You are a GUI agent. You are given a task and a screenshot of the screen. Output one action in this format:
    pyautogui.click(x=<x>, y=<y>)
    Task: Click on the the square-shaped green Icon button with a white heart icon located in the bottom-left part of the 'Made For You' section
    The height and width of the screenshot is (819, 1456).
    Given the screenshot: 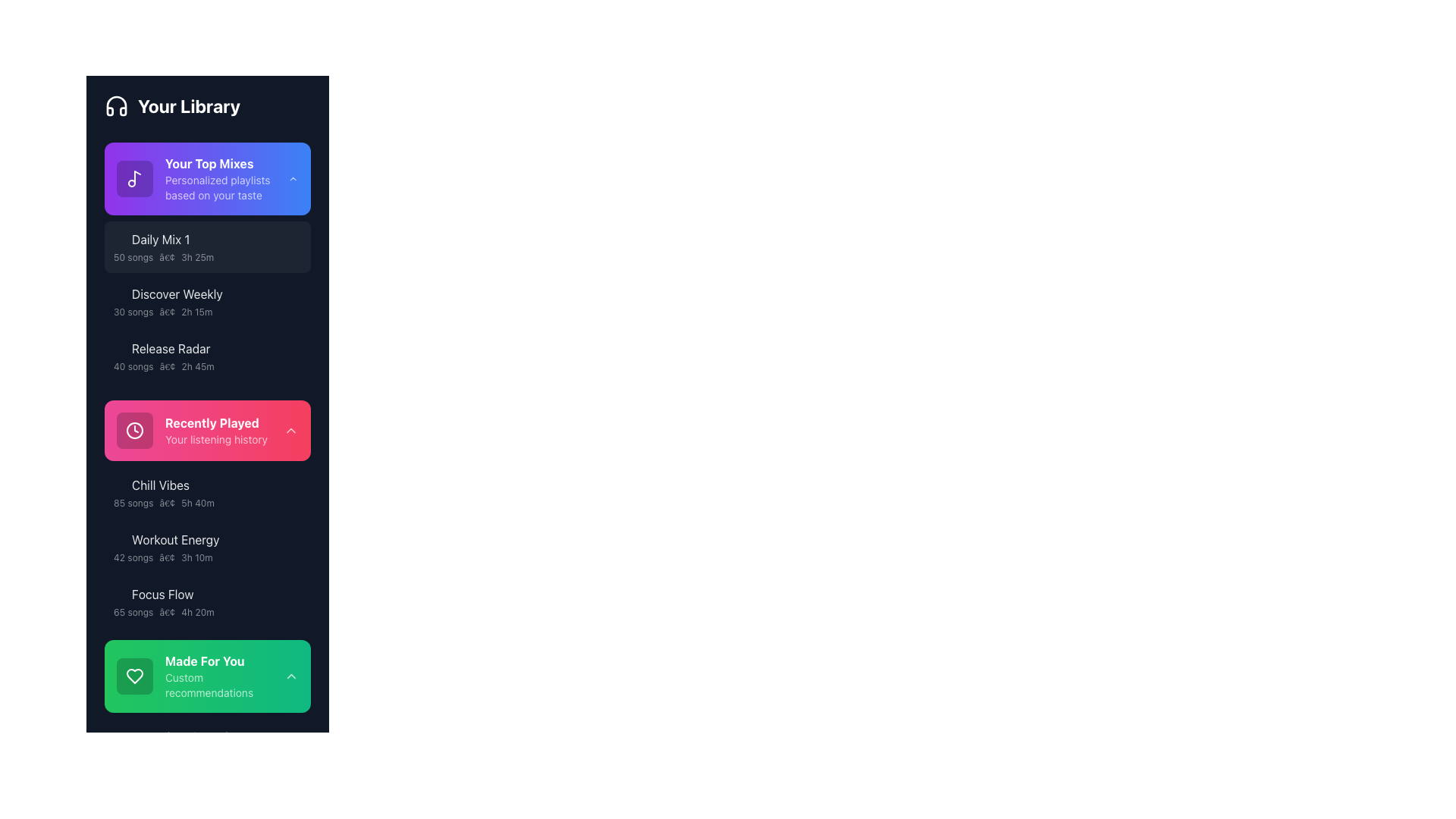 What is the action you would take?
    pyautogui.click(x=134, y=675)
    